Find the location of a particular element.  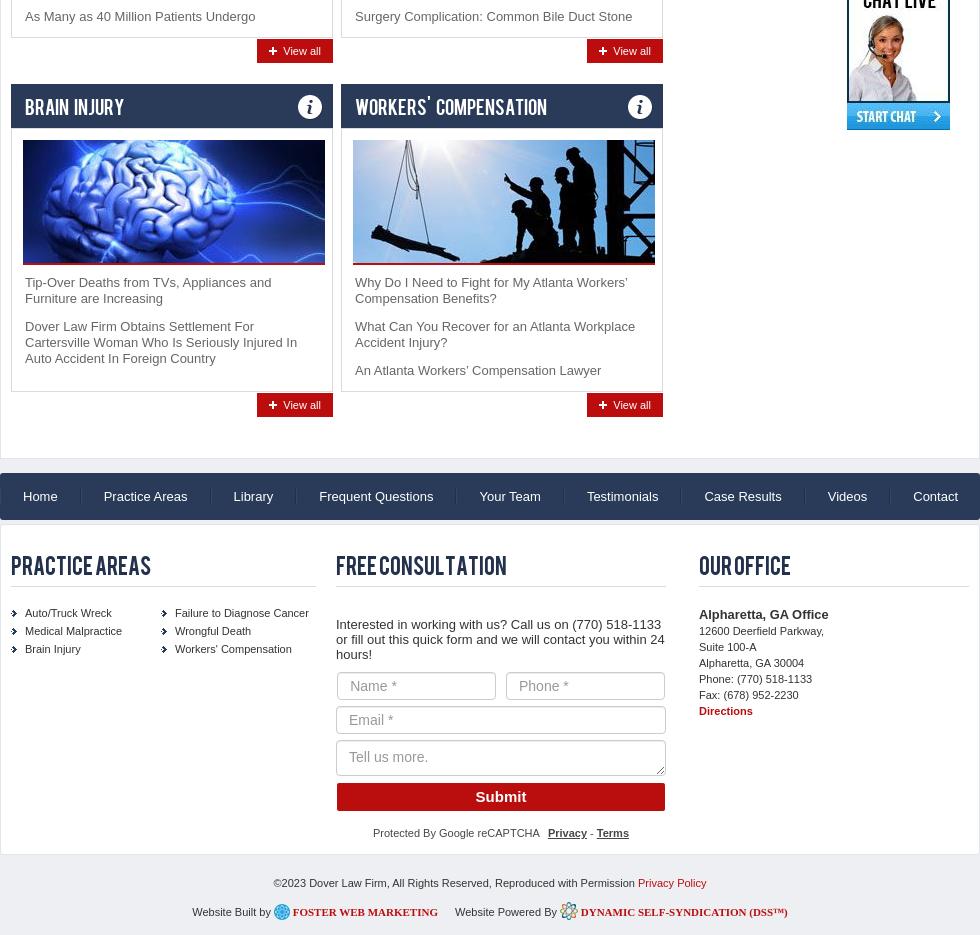

'Terms' is located at coordinates (612, 832).